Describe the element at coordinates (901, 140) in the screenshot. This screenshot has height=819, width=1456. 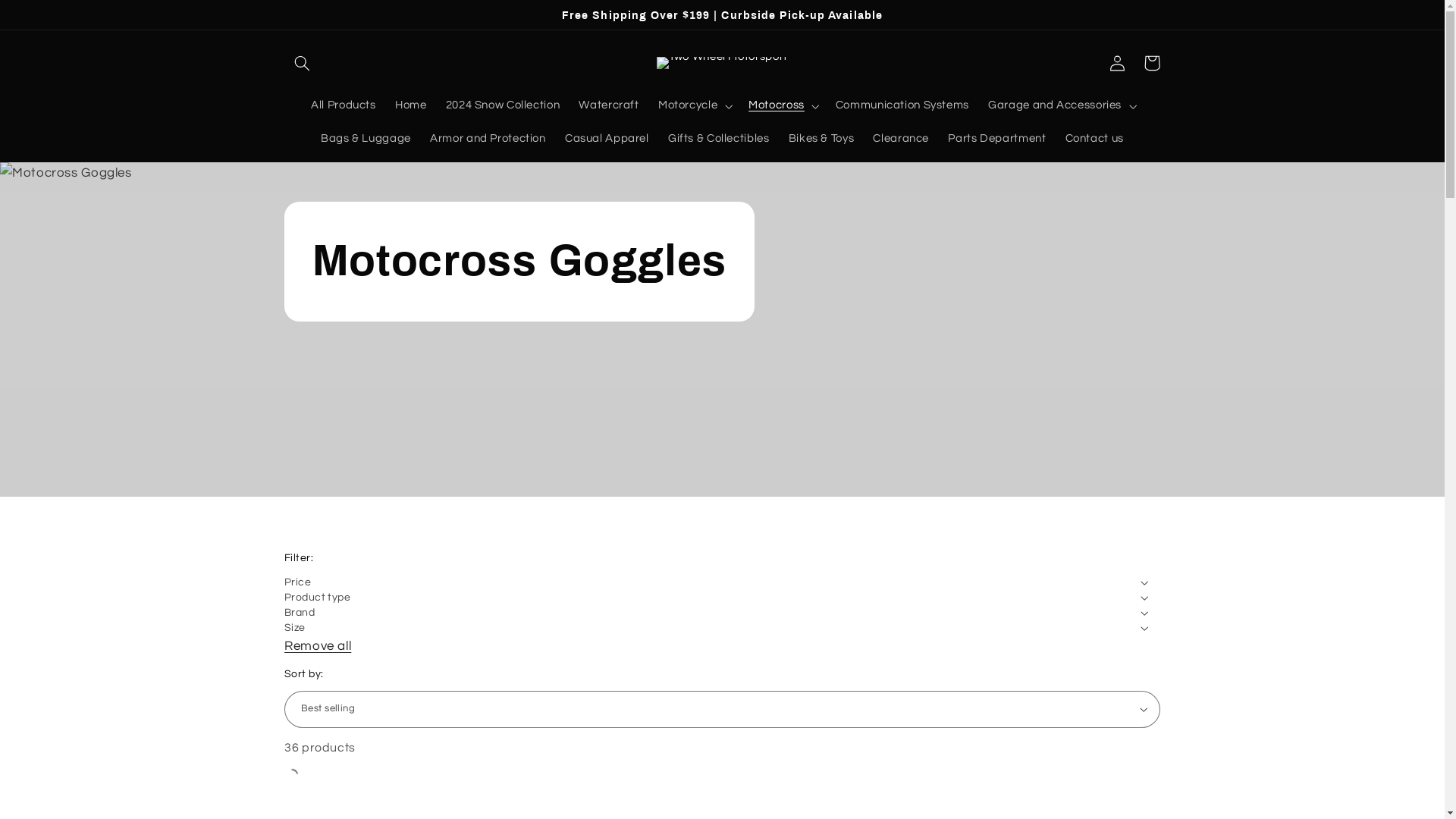
I see `'Clearance'` at that location.